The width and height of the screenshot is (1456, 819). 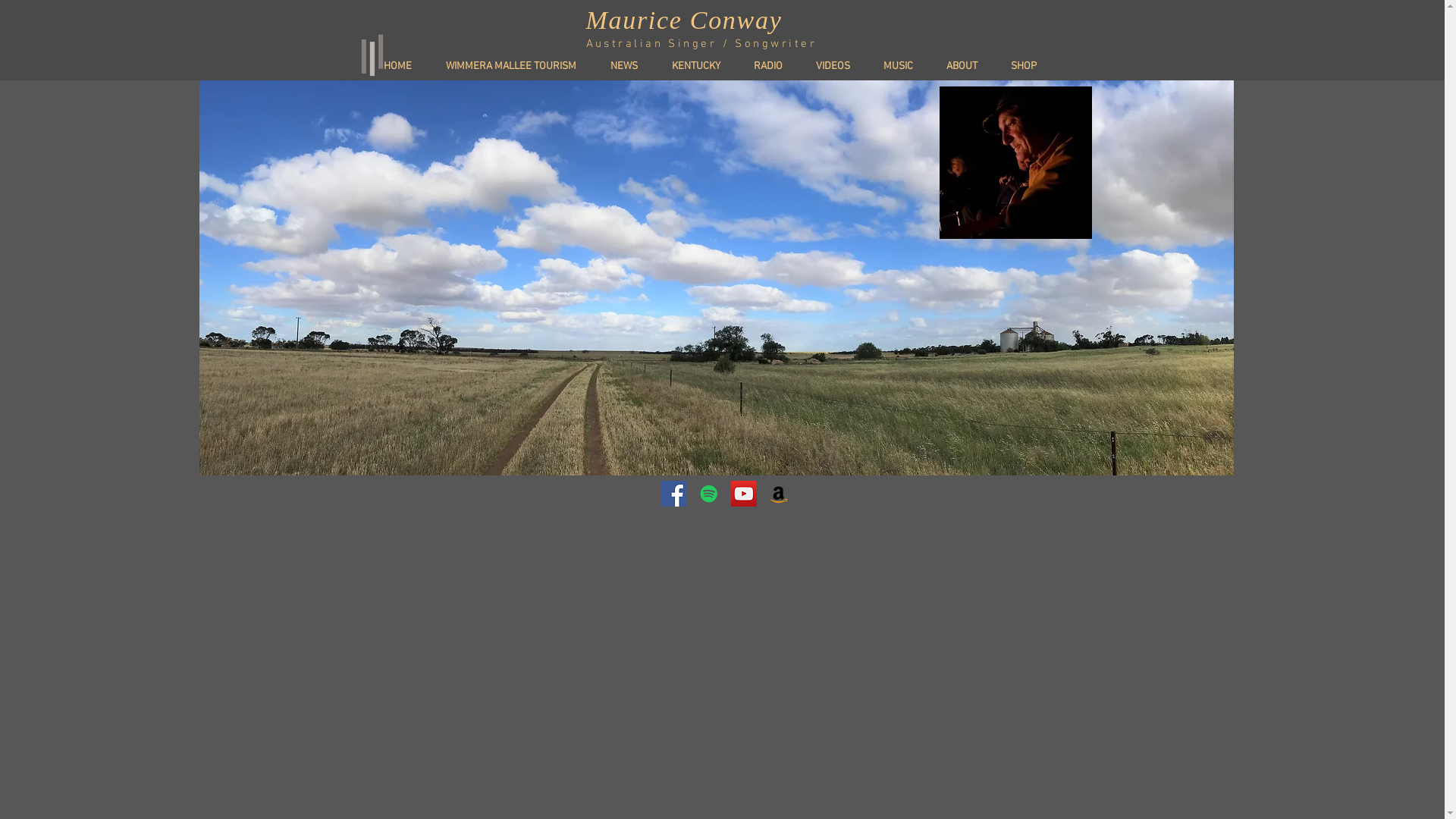 I want to click on 'ABOUT', so click(x=967, y=66).